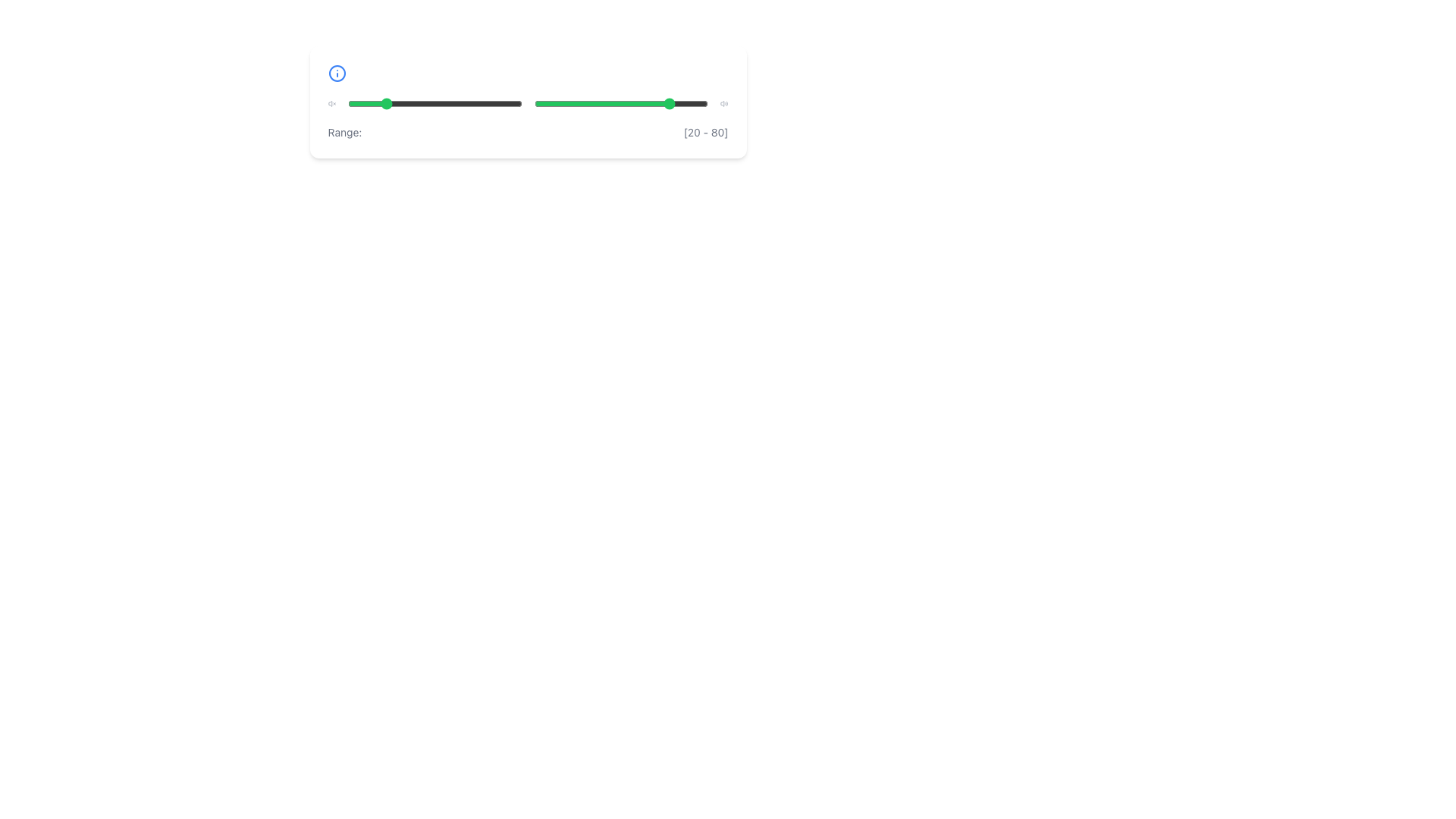 The image size is (1456, 819). Describe the element at coordinates (365, 103) in the screenshot. I see `the slider` at that location.